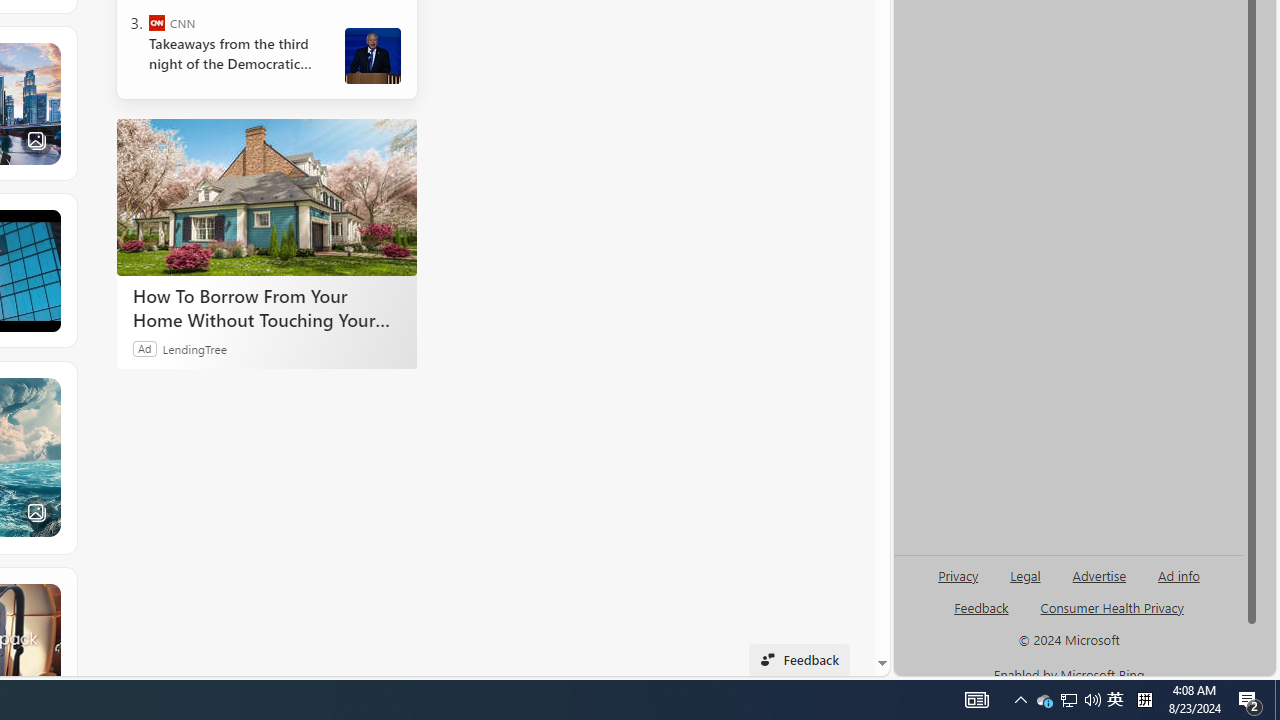 The image size is (1280, 720). What do you see at coordinates (981, 606) in the screenshot?
I see `'AutomationID: sb_feedback'` at bounding box center [981, 606].